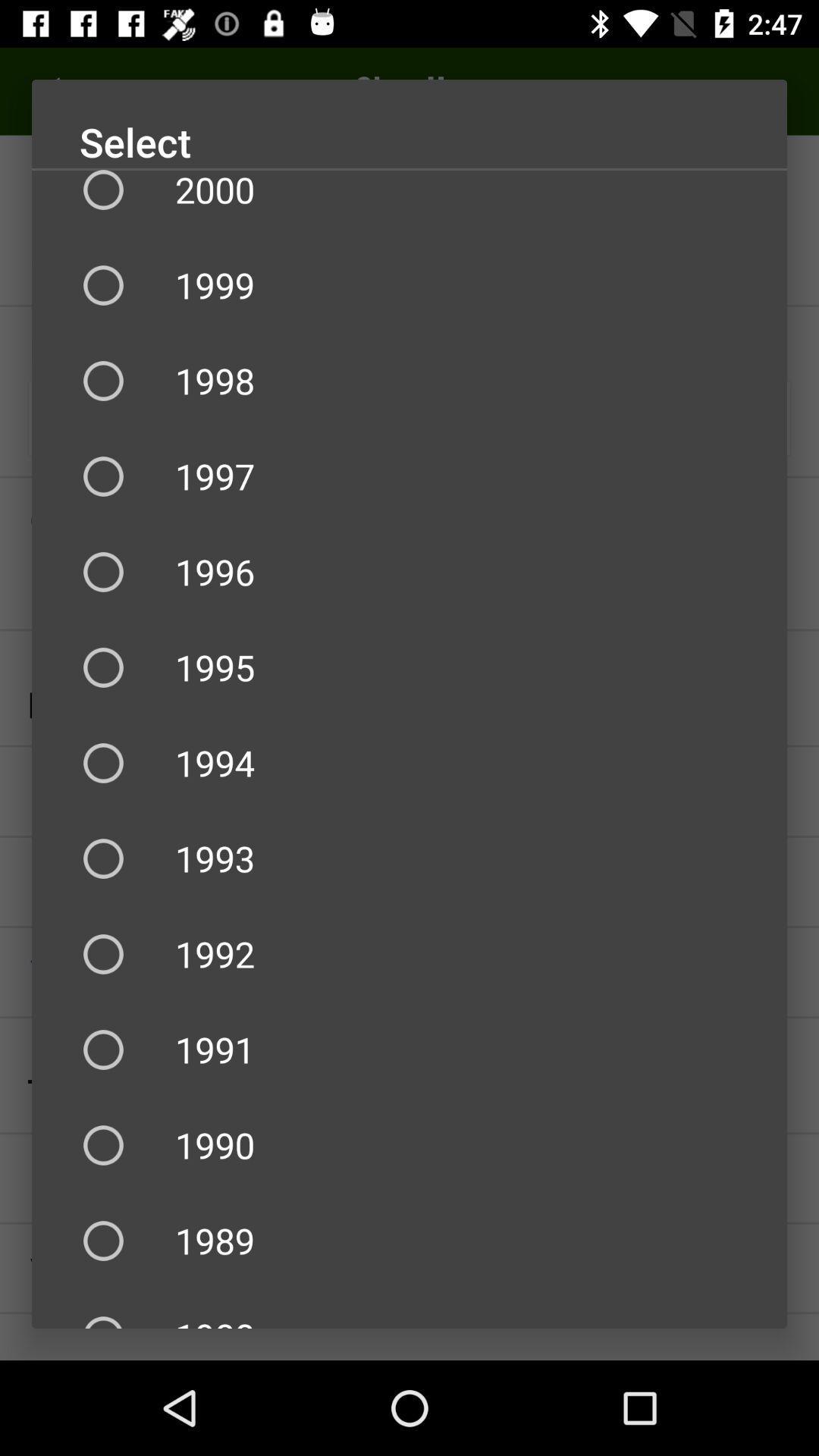 The width and height of the screenshot is (819, 1456). I want to click on item below 1990 icon, so click(409, 1241).